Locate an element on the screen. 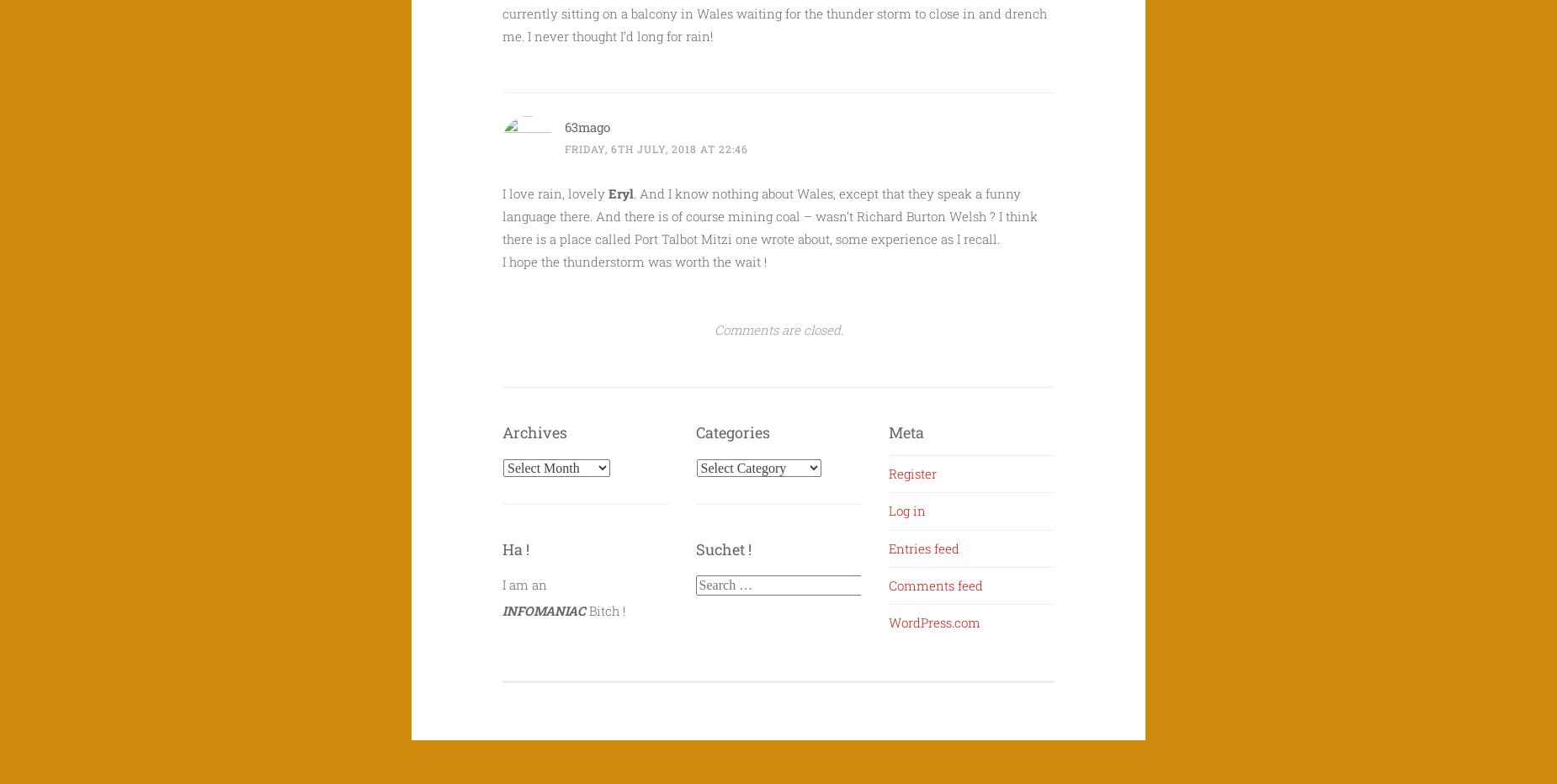 This screenshot has height=784, width=1557. 'Suchet !' is located at coordinates (722, 548).